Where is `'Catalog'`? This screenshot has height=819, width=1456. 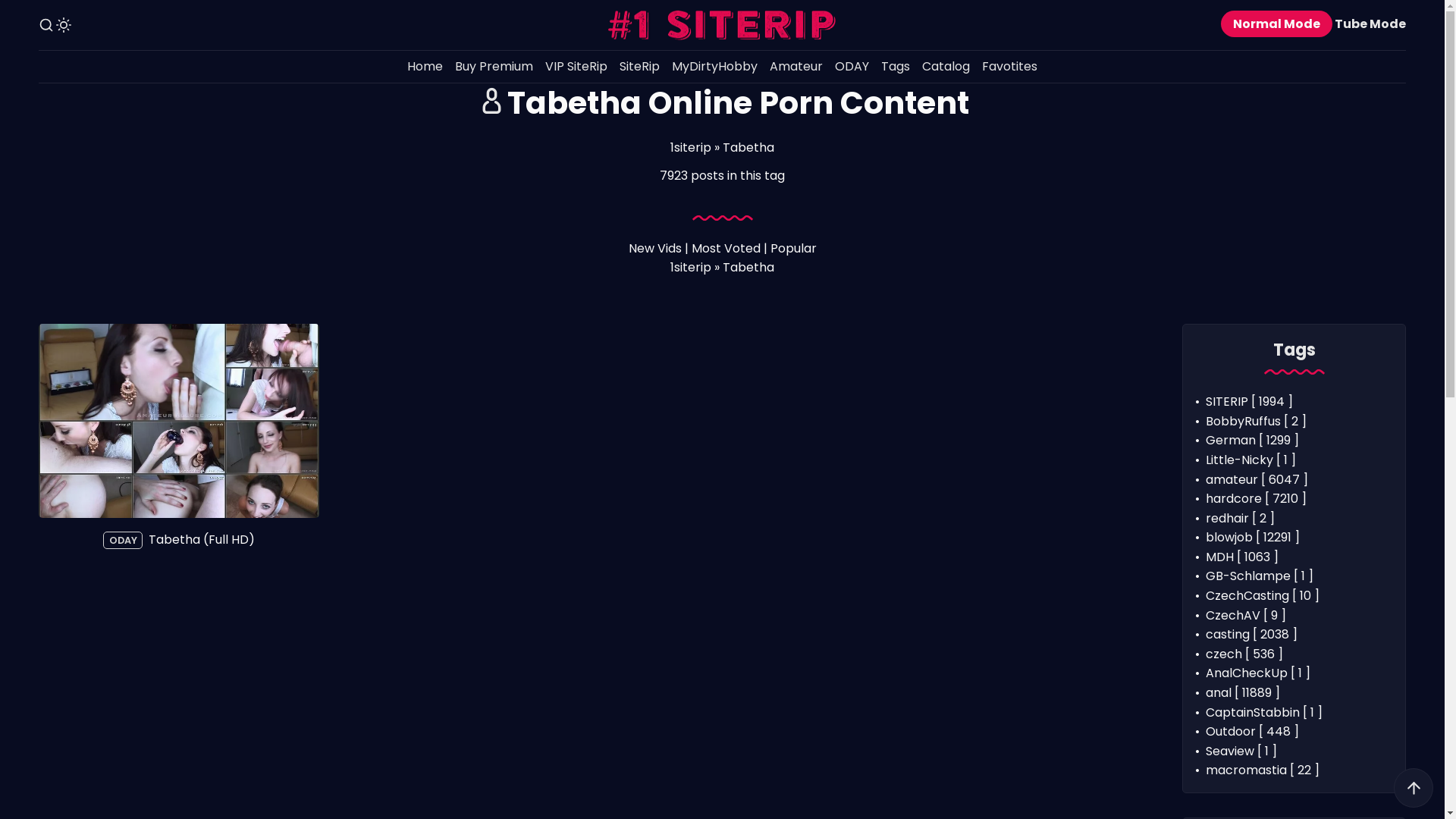
'Catalog' is located at coordinates (915, 66).